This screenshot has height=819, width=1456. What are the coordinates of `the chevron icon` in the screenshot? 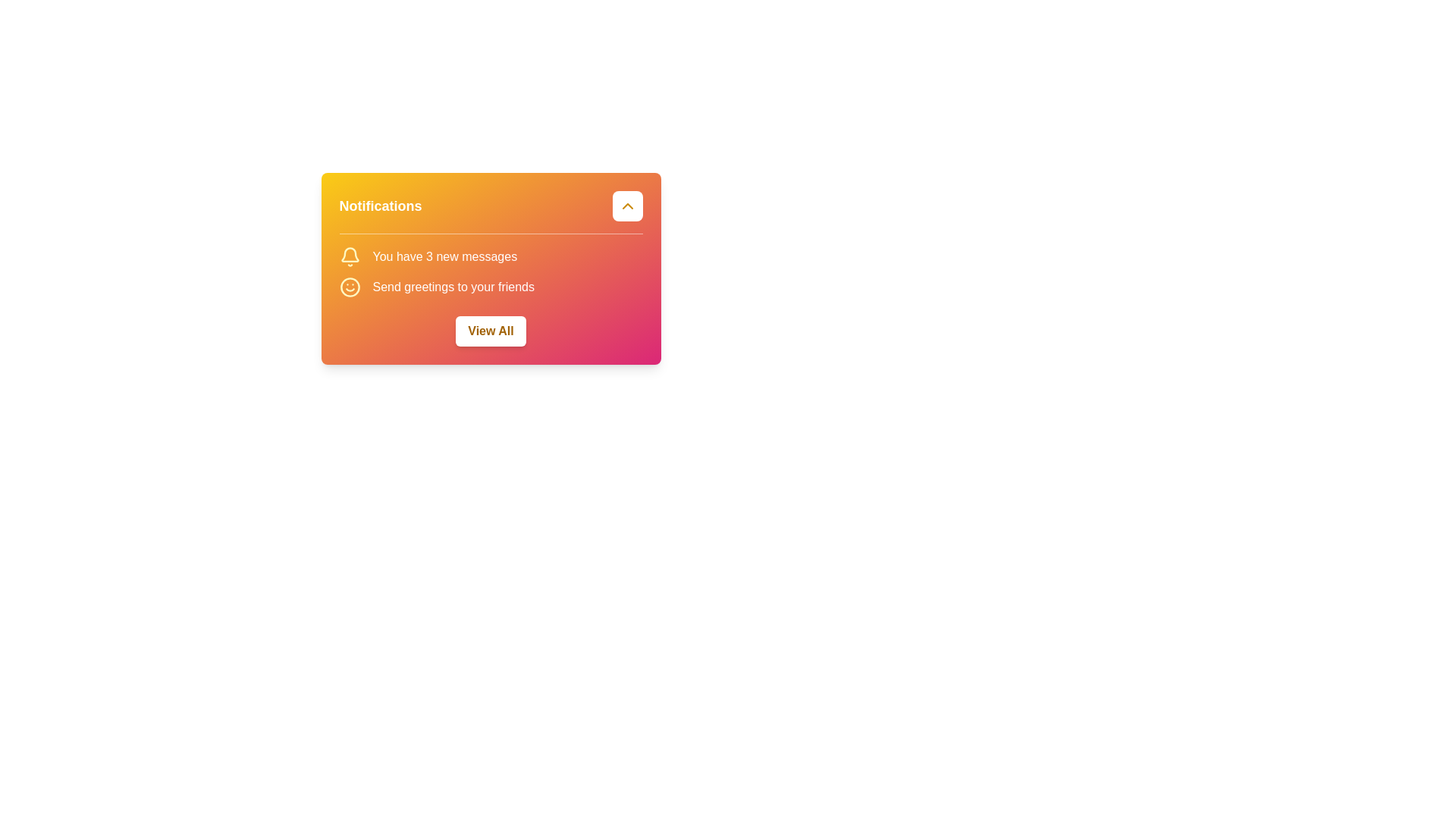 It's located at (627, 206).